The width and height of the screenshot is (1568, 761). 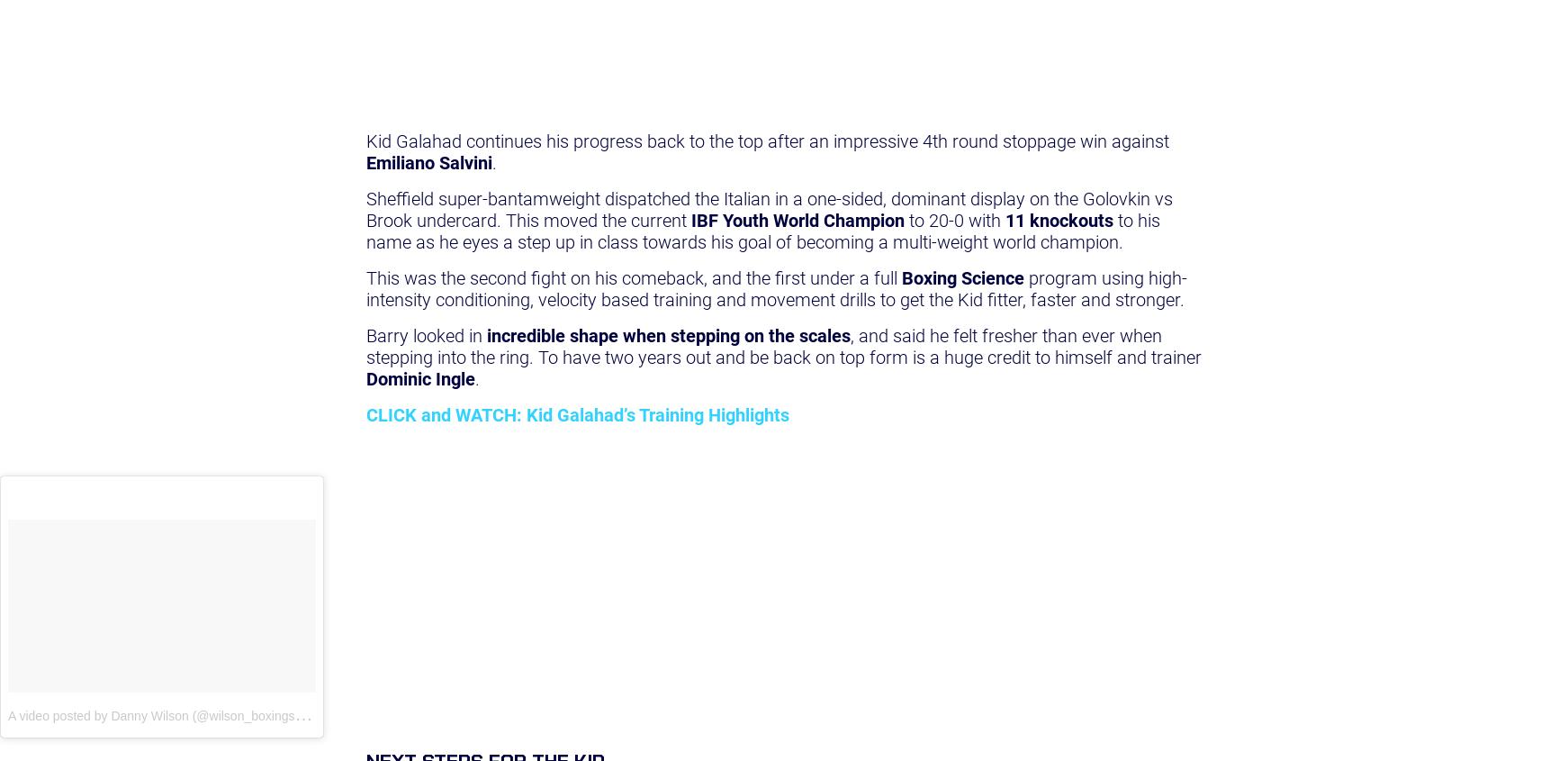 What do you see at coordinates (428, 161) in the screenshot?
I see `'Emiliano Salvini'` at bounding box center [428, 161].